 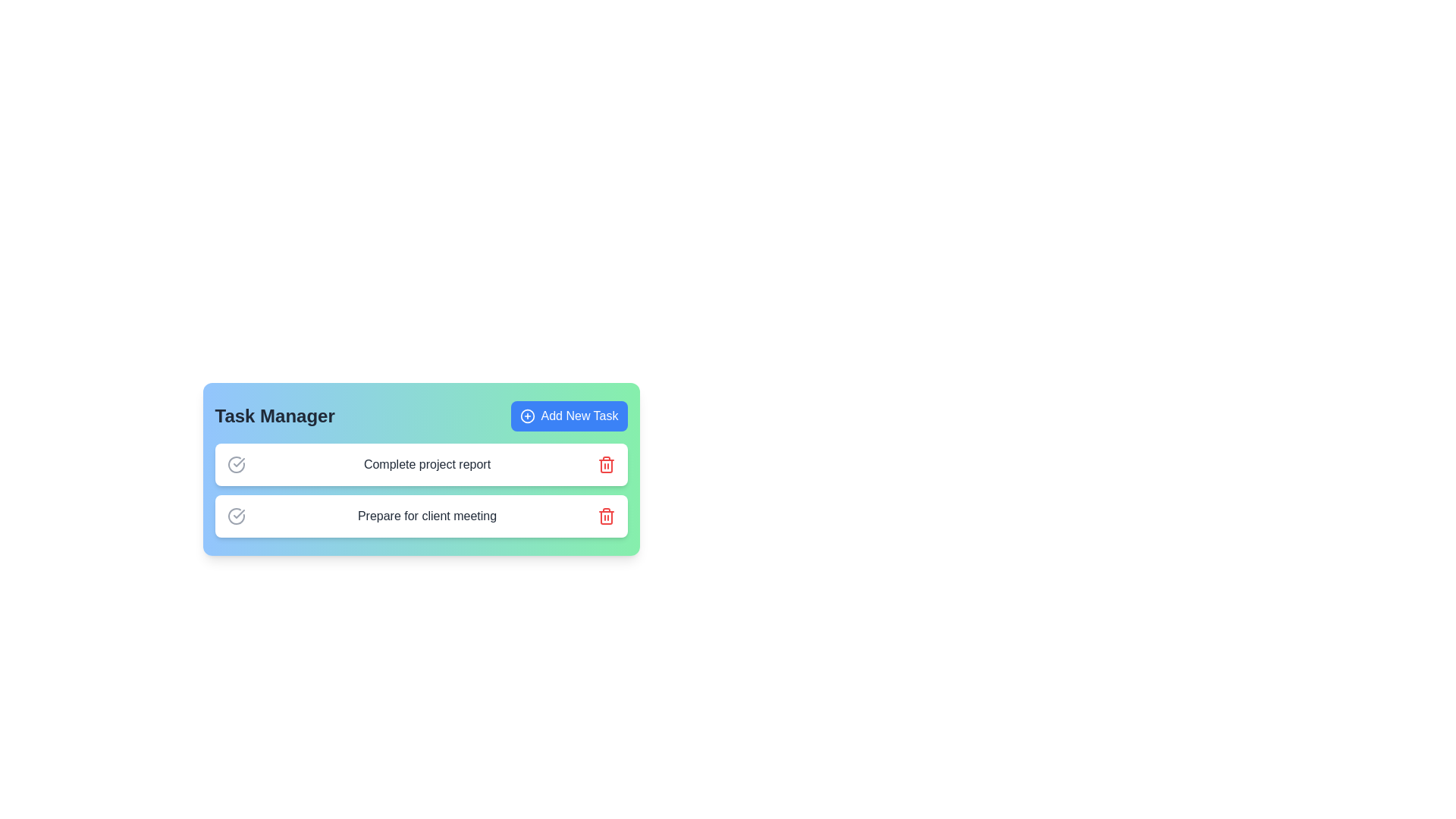 What do you see at coordinates (426, 516) in the screenshot?
I see `the text label that reads 'Prepare for client meeting', styled with a gray color and a clean sans-serif font, located in the second task item of the task list` at bounding box center [426, 516].